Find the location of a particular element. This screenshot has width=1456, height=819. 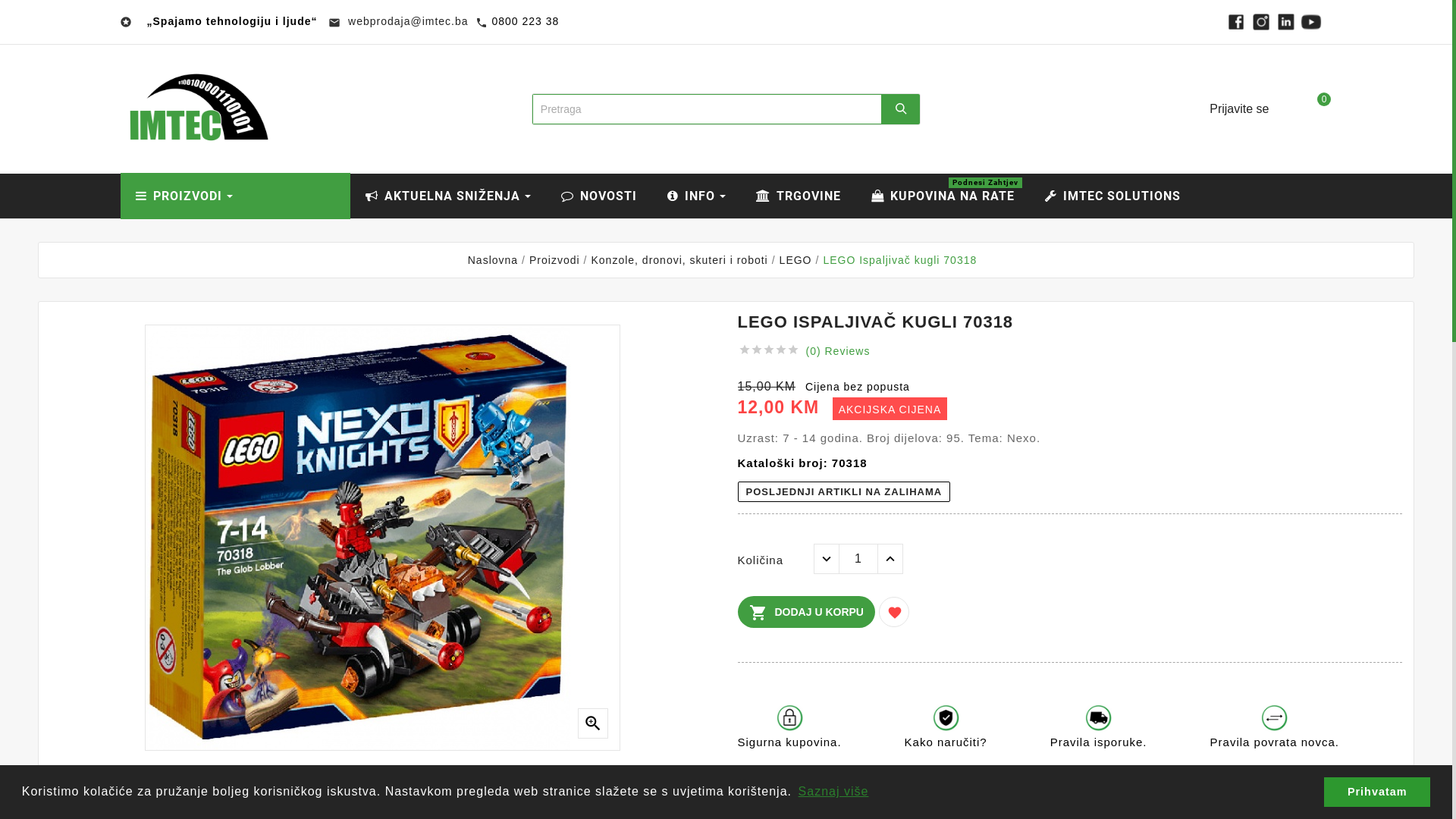

'INFO' is located at coordinates (695, 195).